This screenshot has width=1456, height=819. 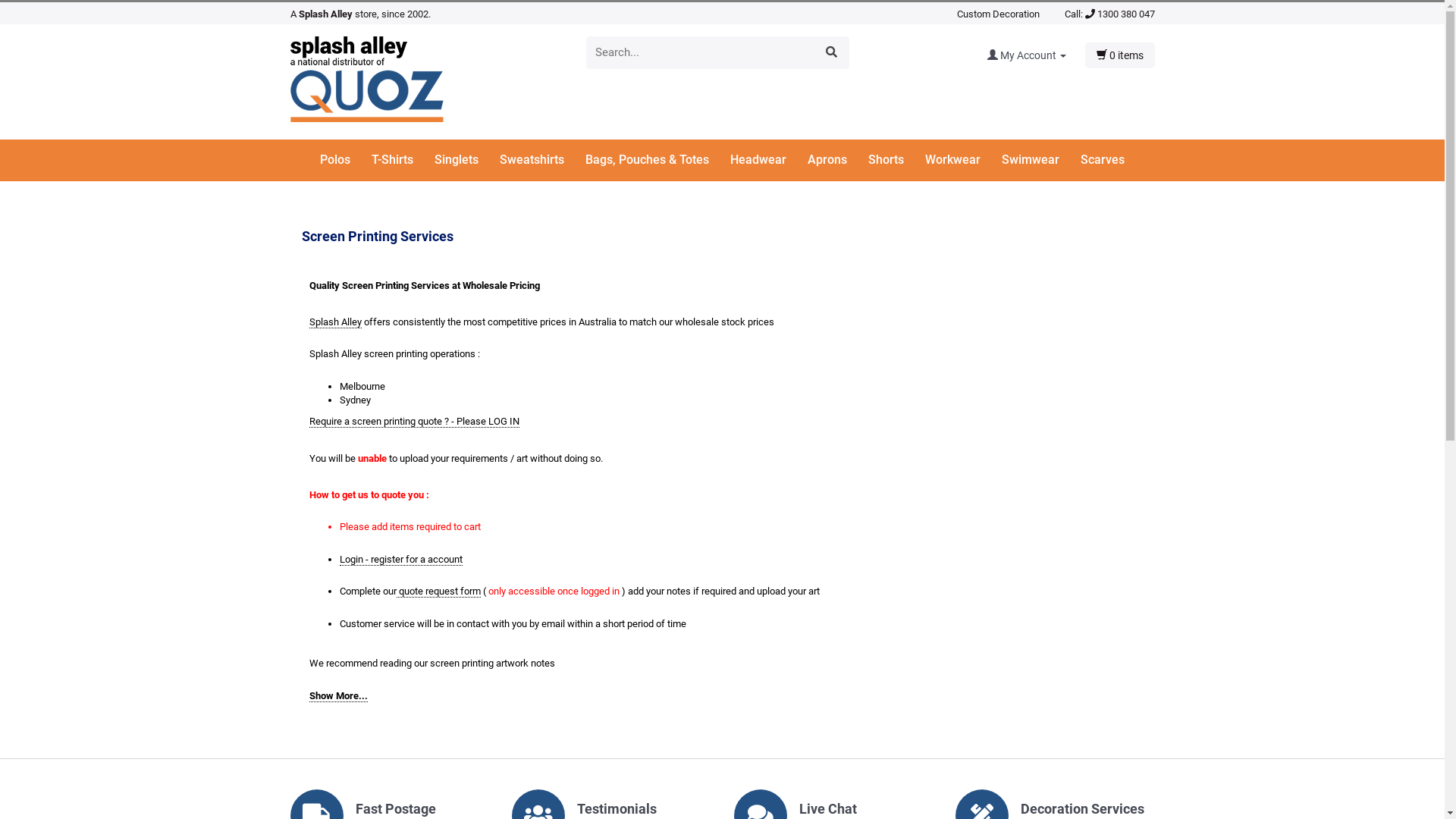 What do you see at coordinates (987, 55) in the screenshot?
I see `'My Account'` at bounding box center [987, 55].